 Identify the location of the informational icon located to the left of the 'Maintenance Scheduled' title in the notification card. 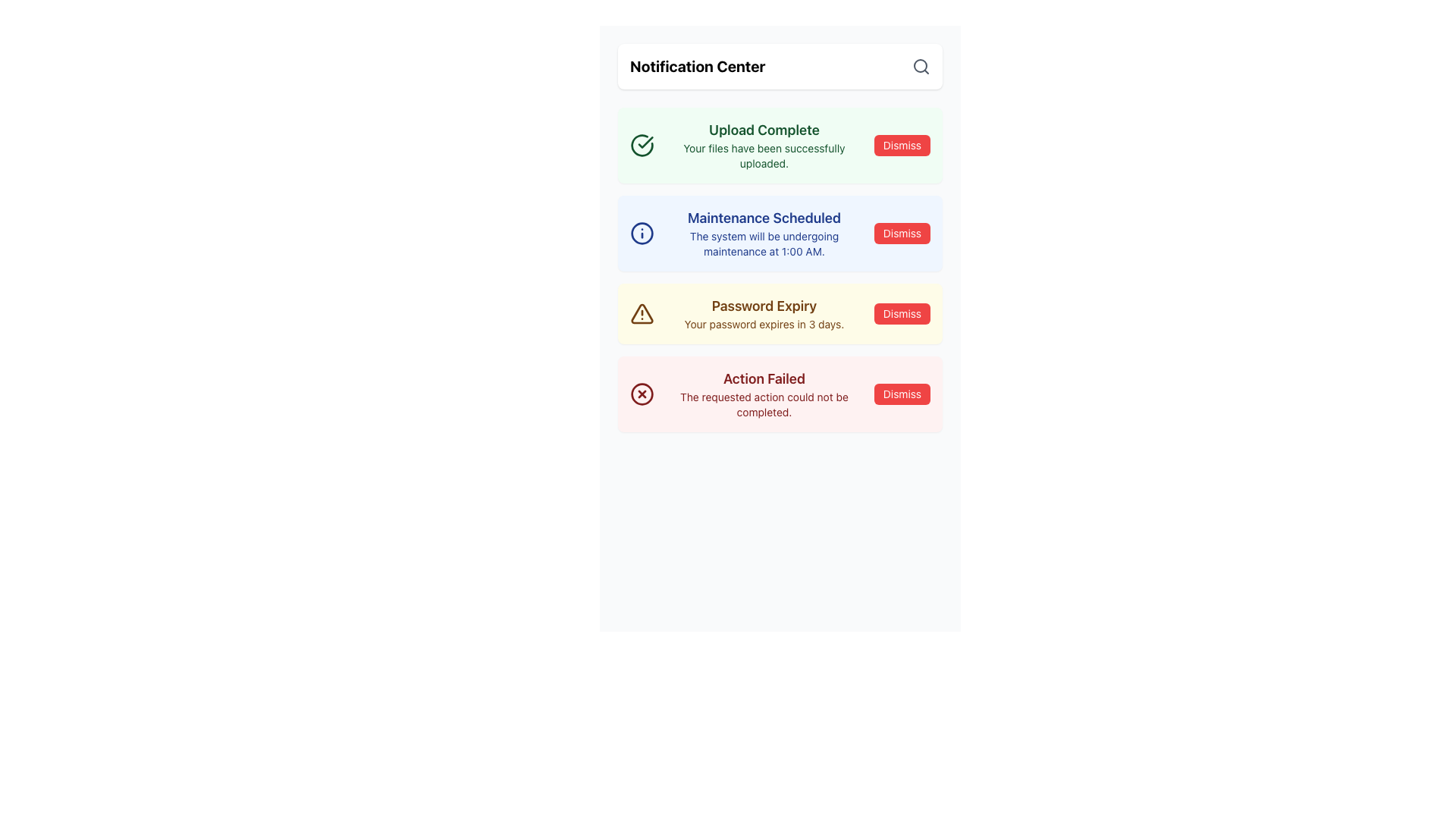
(642, 234).